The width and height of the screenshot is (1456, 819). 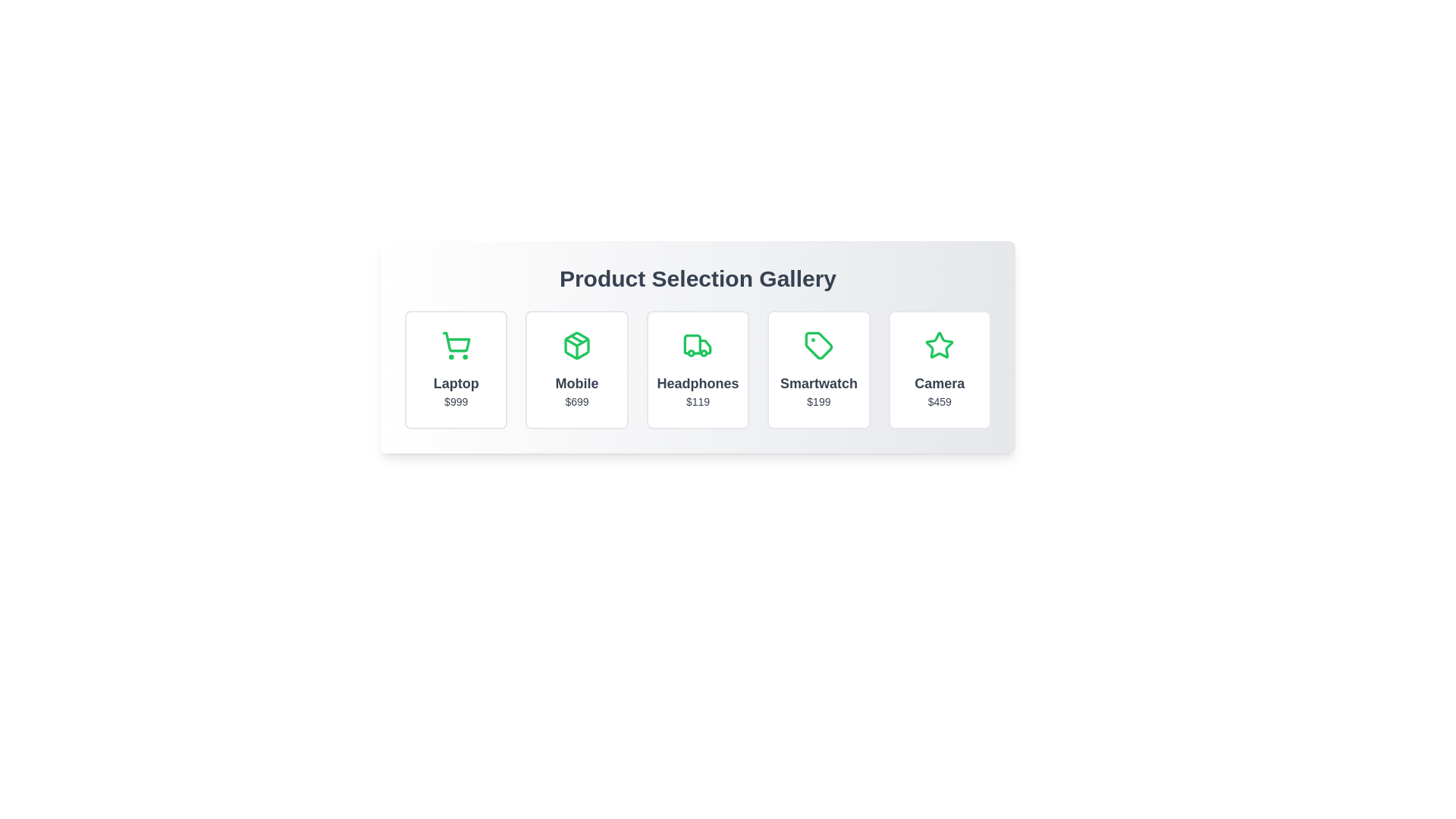 What do you see at coordinates (455, 391) in the screenshot?
I see `the text element providing descriptive and pricing information for the 'Laptop' product, specifically labeled with a price of '$999', located in the first card of the 'Product Selection Gallery' under the shopping cart icon` at bounding box center [455, 391].